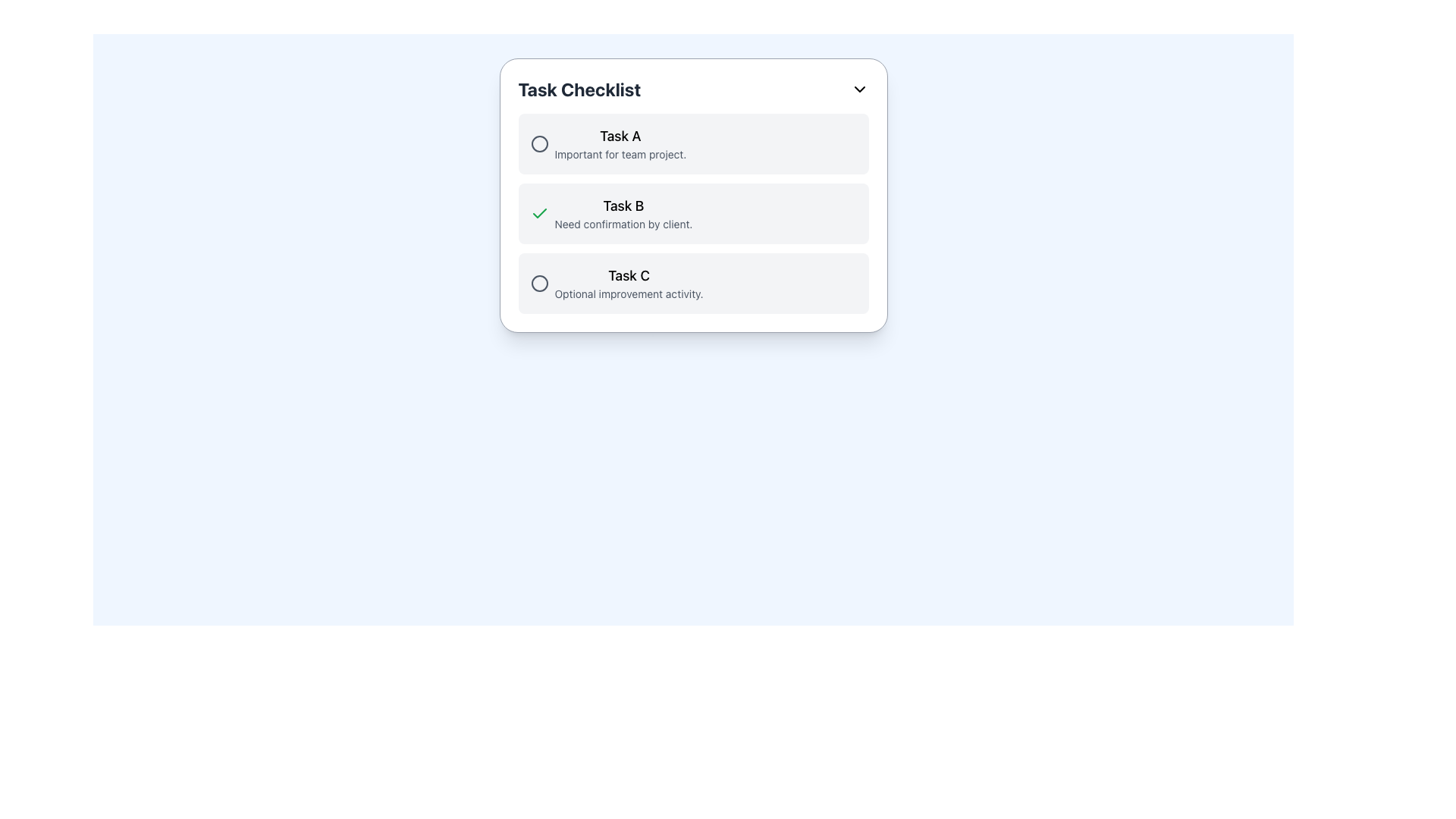  What do you see at coordinates (539, 213) in the screenshot?
I see `the completion icon located to the left of the text for 'Task B'` at bounding box center [539, 213].